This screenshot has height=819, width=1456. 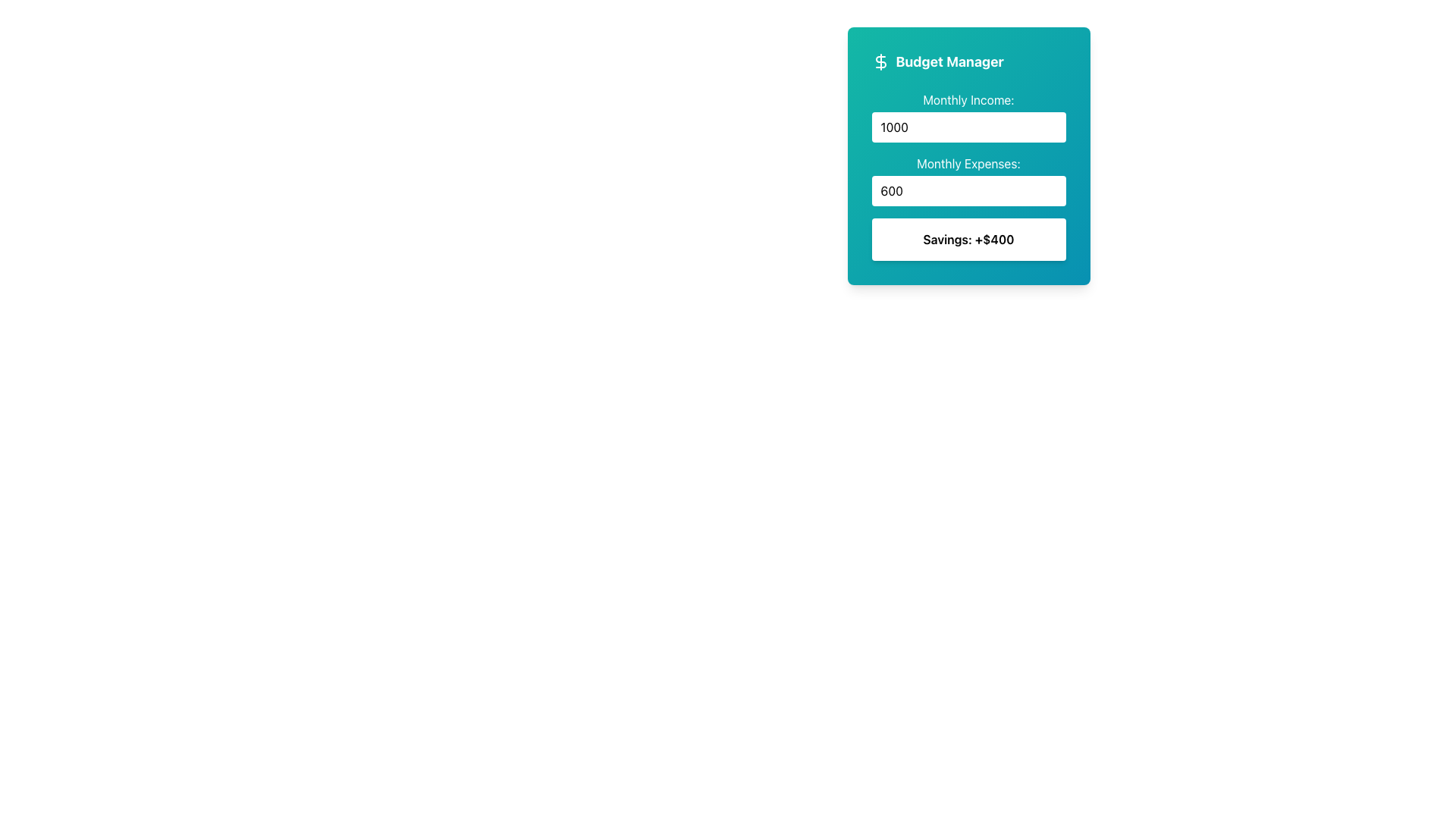 What do you see at coordinates (968, 116) in the screenshot?
I see `the input field labeled 'Monthly Income:'` at bounding box center [968, 116].